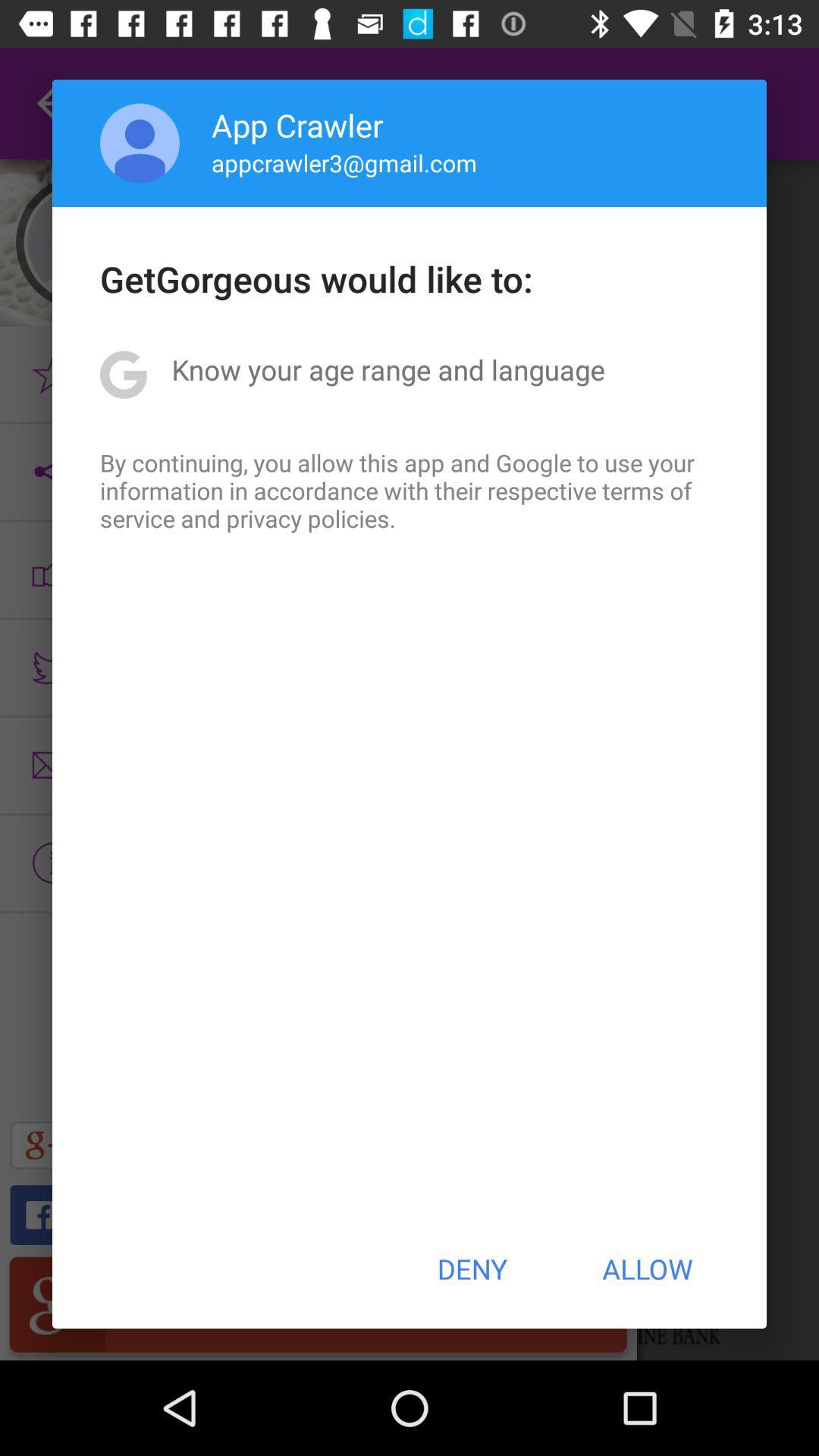  What do you see at coordinates (140, 143) in the screenshot?
I see `the app next to app crawler icon` at bounding box center [140, 143].